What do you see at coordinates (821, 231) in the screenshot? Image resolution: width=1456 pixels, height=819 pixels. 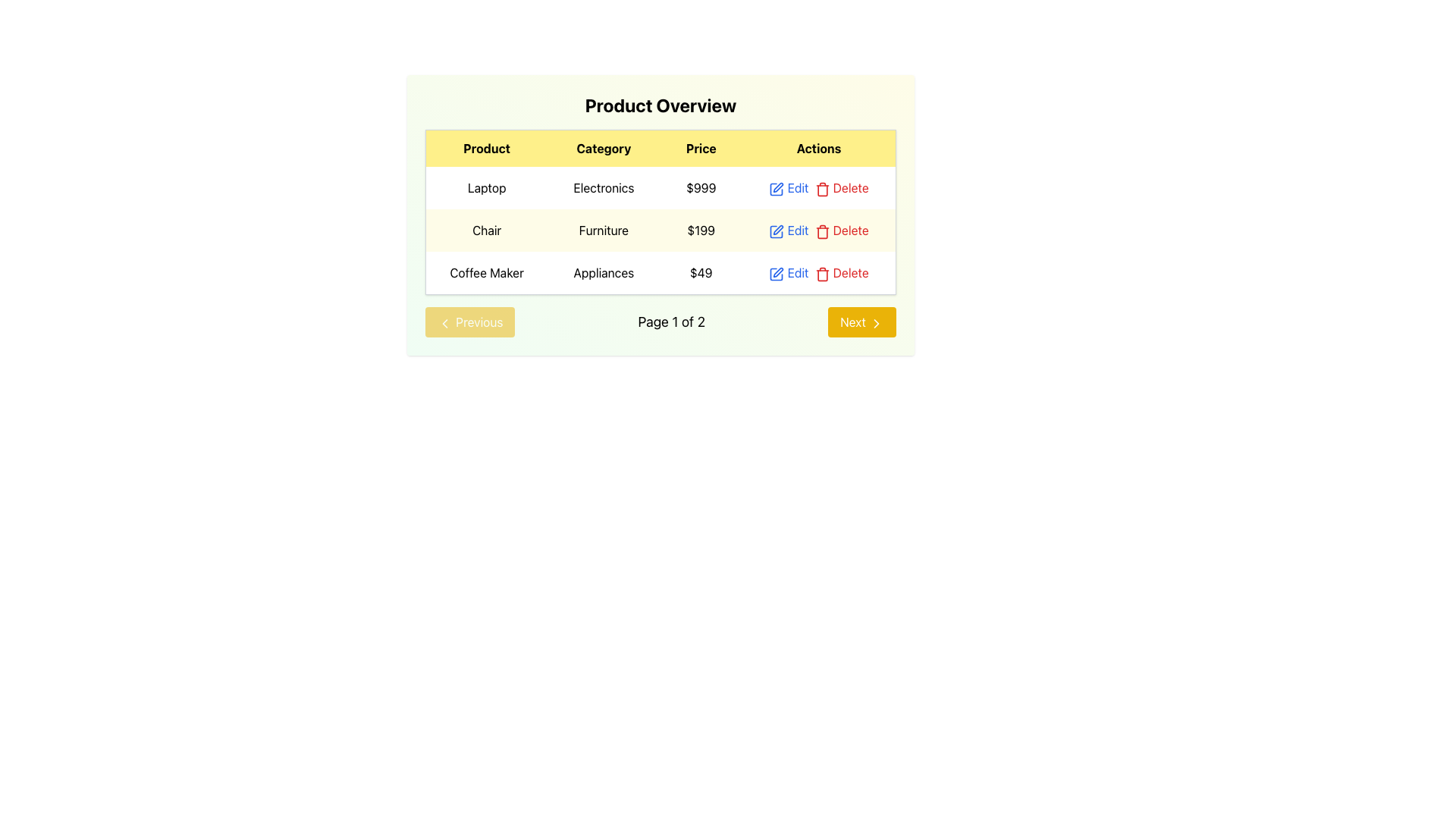 I see `the delete button (trash bin icon) in the 'Actions' column of the table for the 'Chair' product` at bounding box center [821, 231].